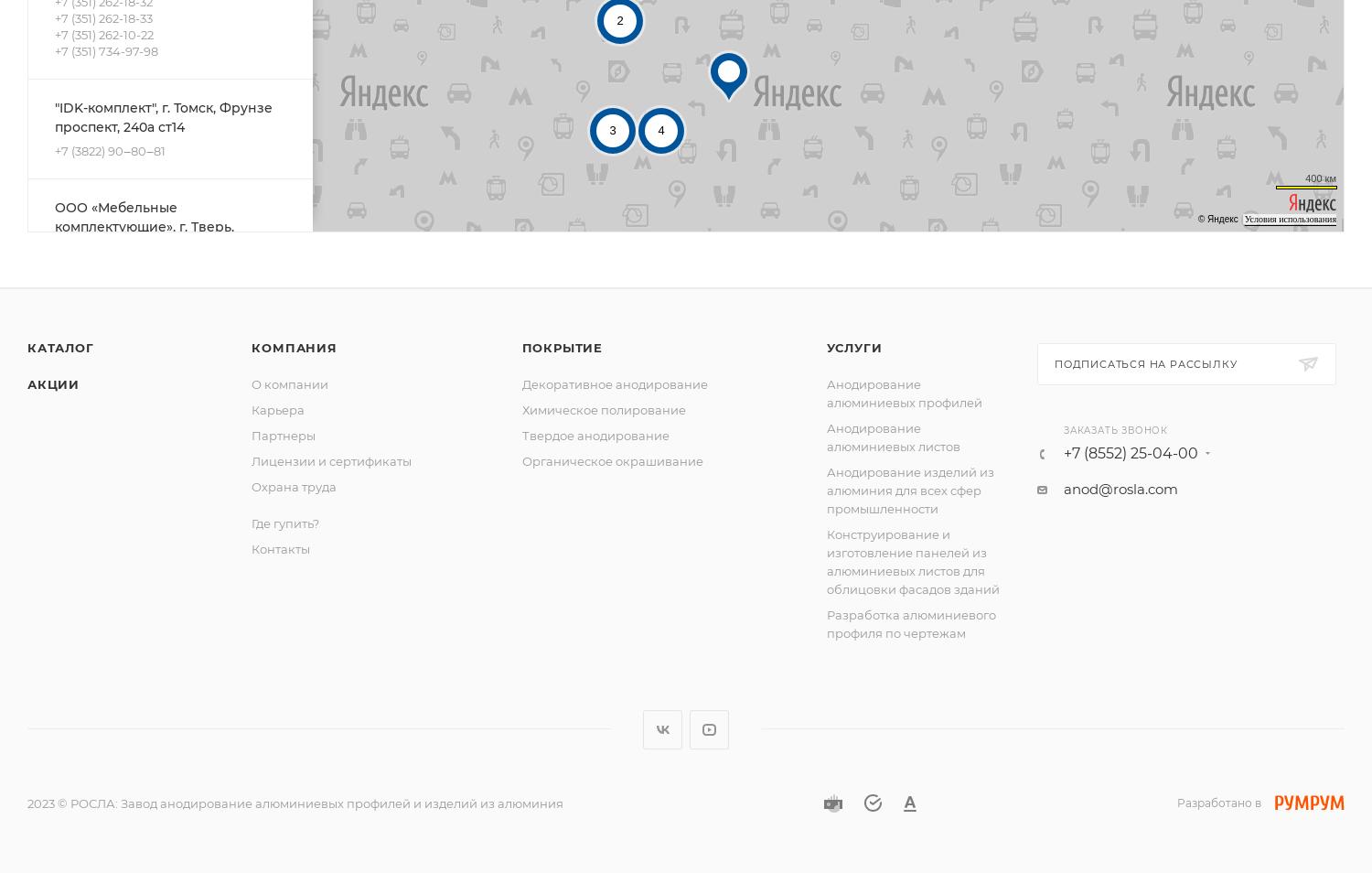 Image resolution: width=1372 pixels, height=873 pixels. Describe the element at coordinates (101, 385) in the screenshot. I see `'8 (988) 733-15-12'` at that location.